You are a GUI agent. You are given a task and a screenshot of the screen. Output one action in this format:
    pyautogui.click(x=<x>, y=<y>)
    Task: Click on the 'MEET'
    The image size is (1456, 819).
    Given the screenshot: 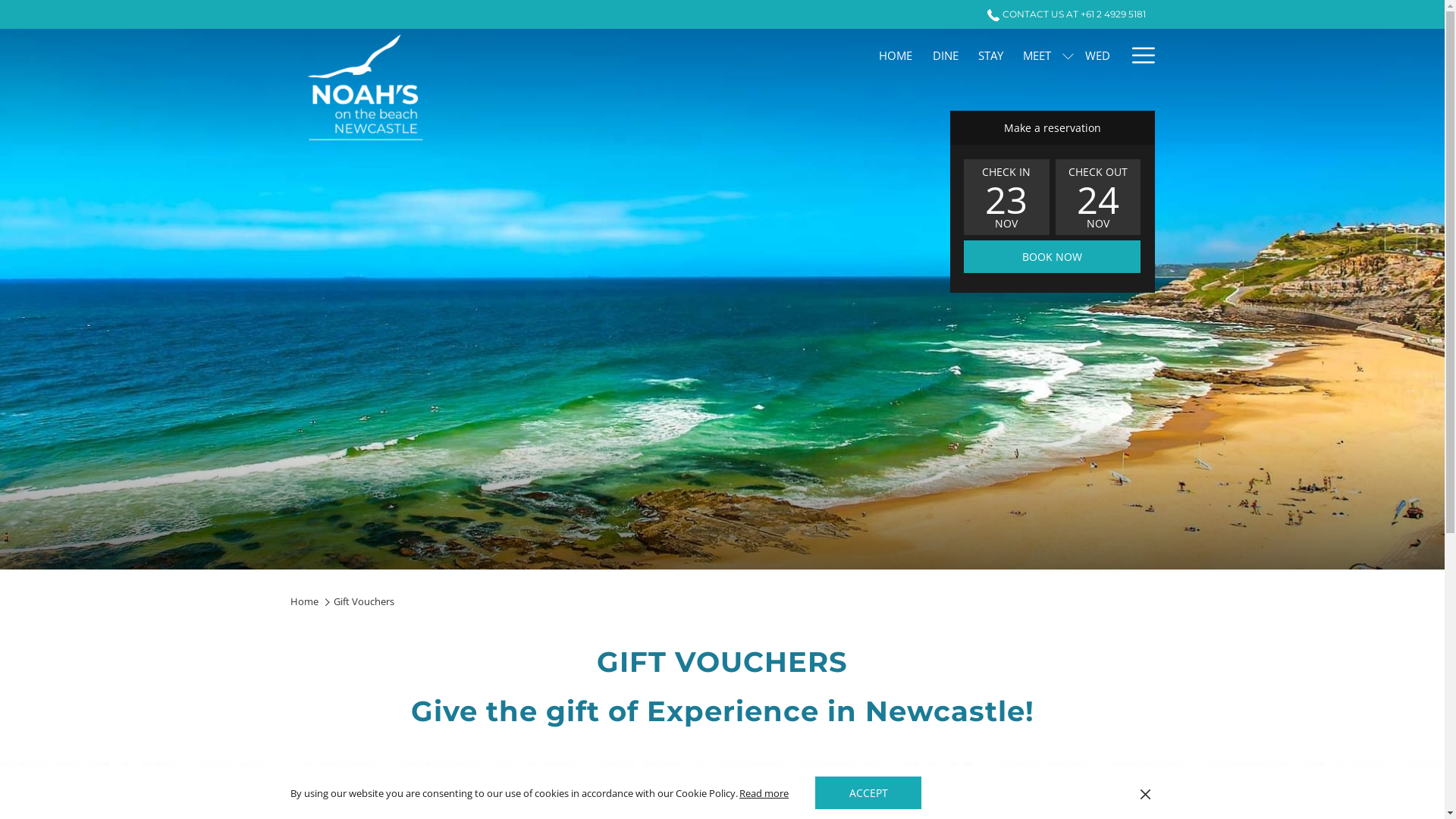 What is the action you would take?
    pyautogui.click(x=1036, y=54)
    